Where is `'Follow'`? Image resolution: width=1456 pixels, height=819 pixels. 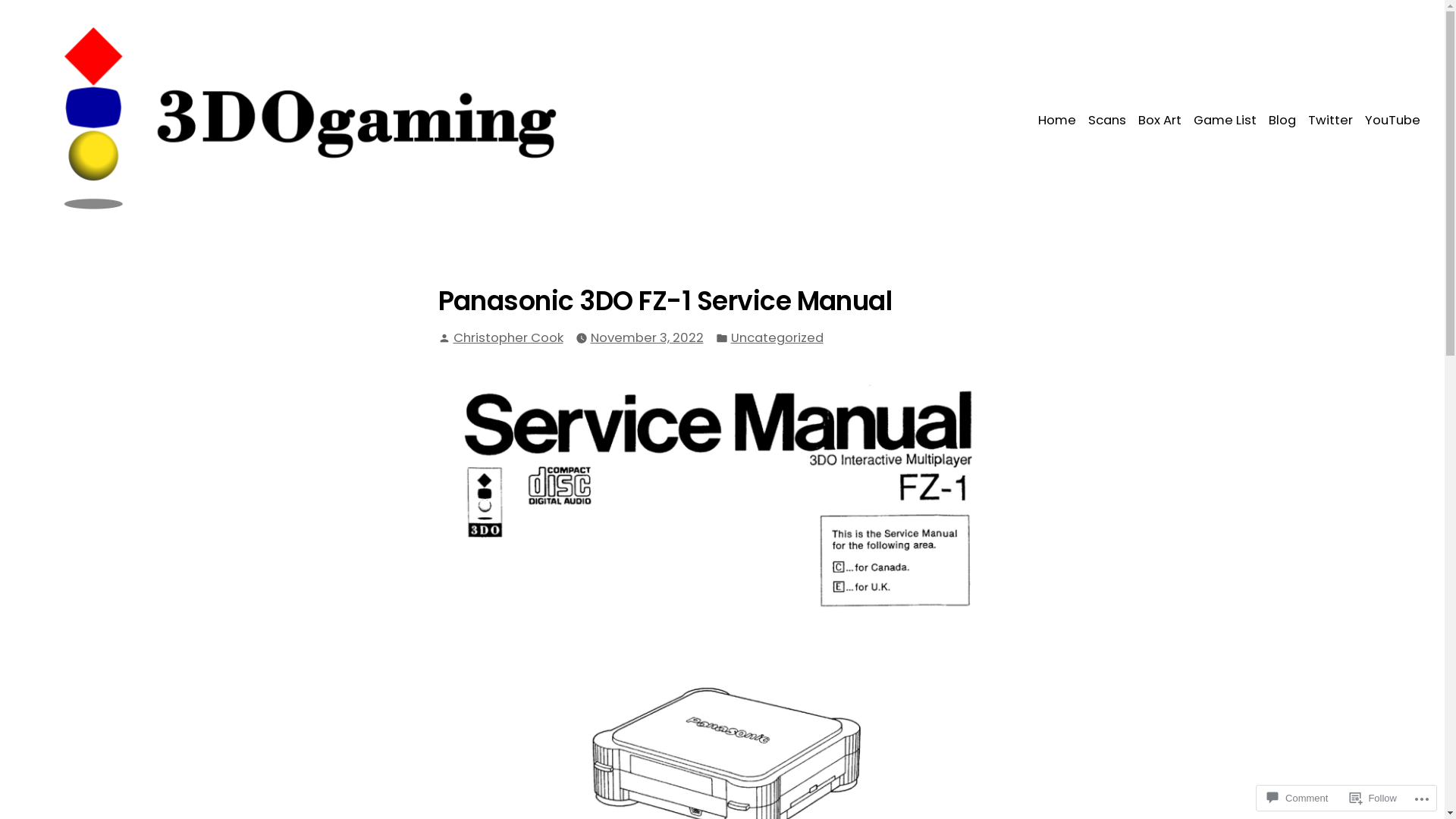
'Follow' is located at coordinates (1343, 797).